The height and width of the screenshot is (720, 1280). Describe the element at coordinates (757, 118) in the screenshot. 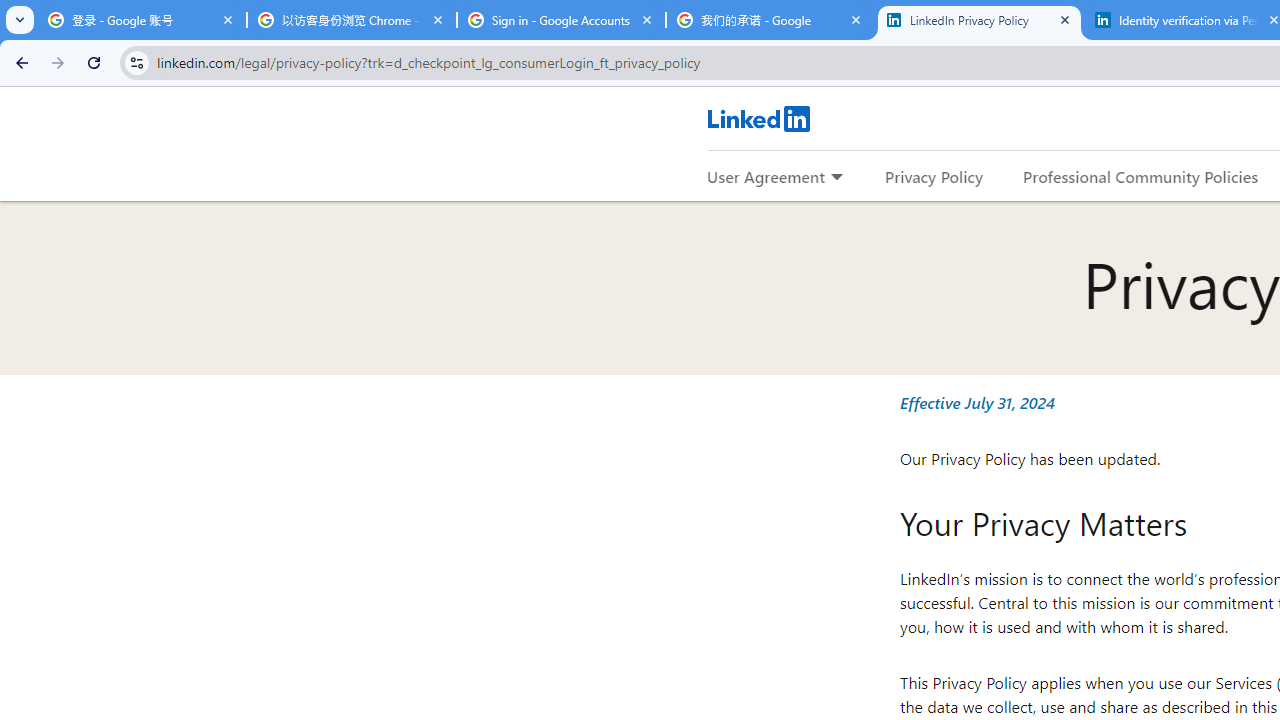

I see `'LinkedIn Logo'` at that location.